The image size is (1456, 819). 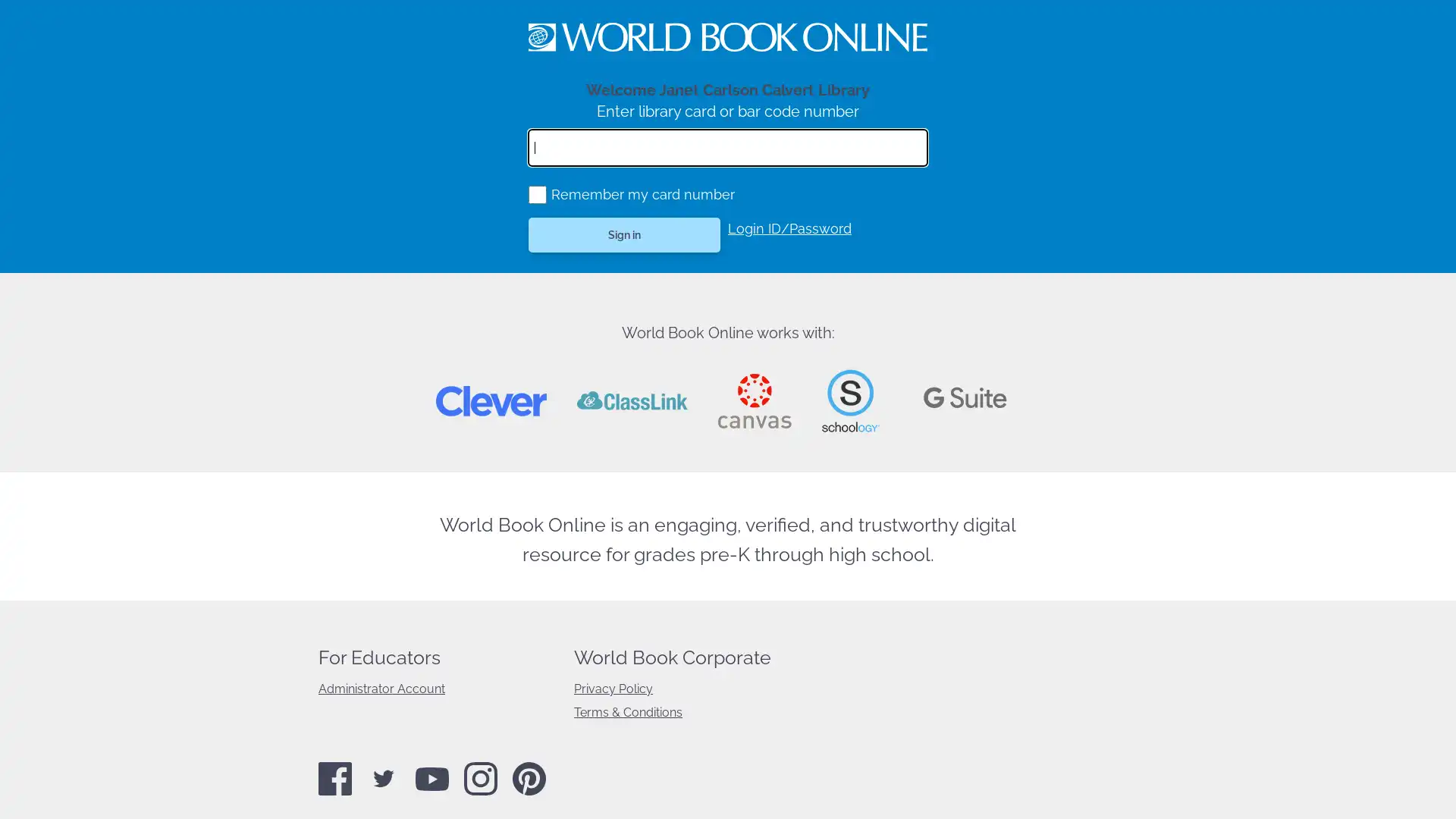 I want to click on Sign in, so click(x=624, y=234).